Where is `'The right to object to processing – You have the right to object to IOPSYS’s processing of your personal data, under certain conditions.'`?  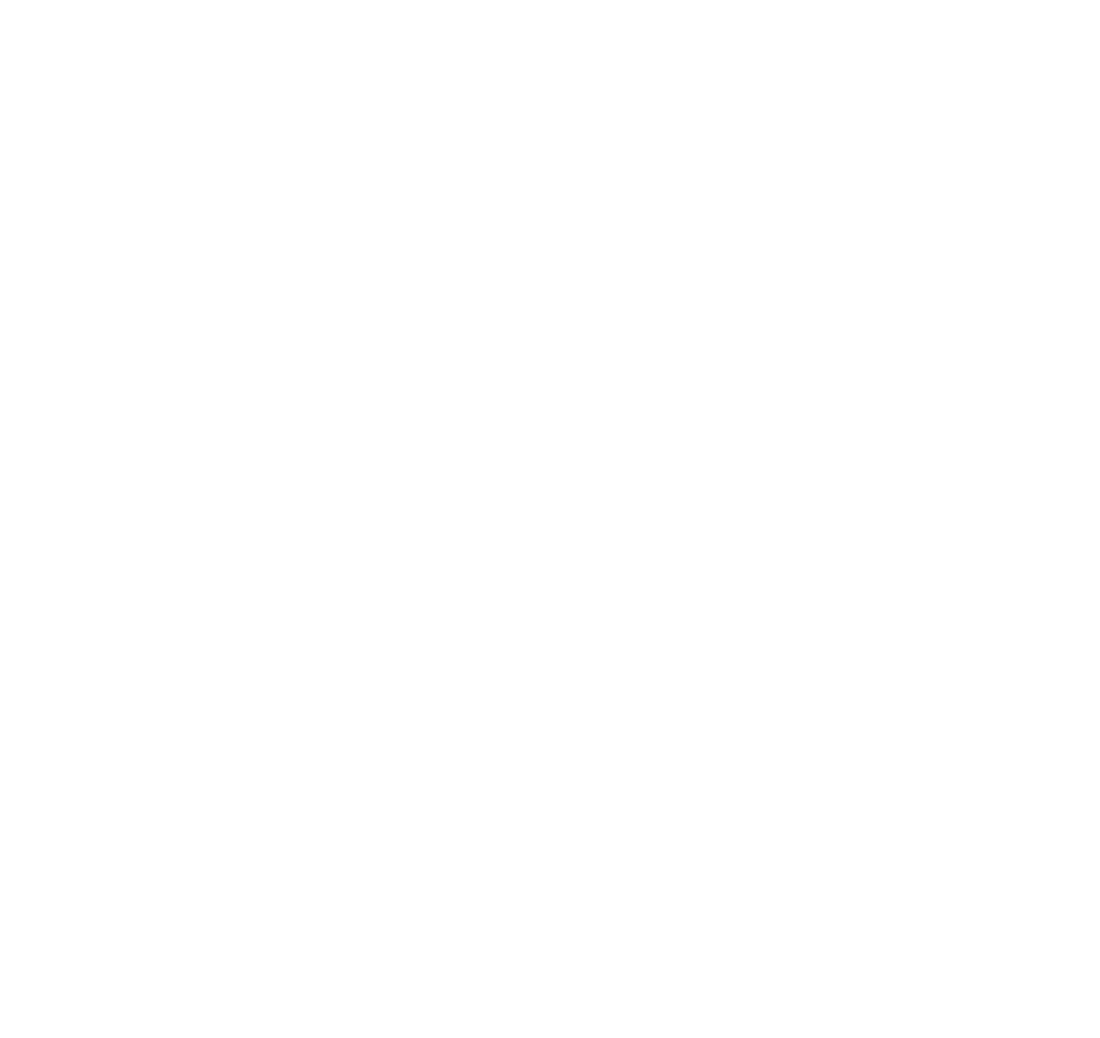 'The right to object to processing – You have the right to object to IOPSYS’s processing of your personal data, under certain conditions.' is located at coordinates (538, 274).